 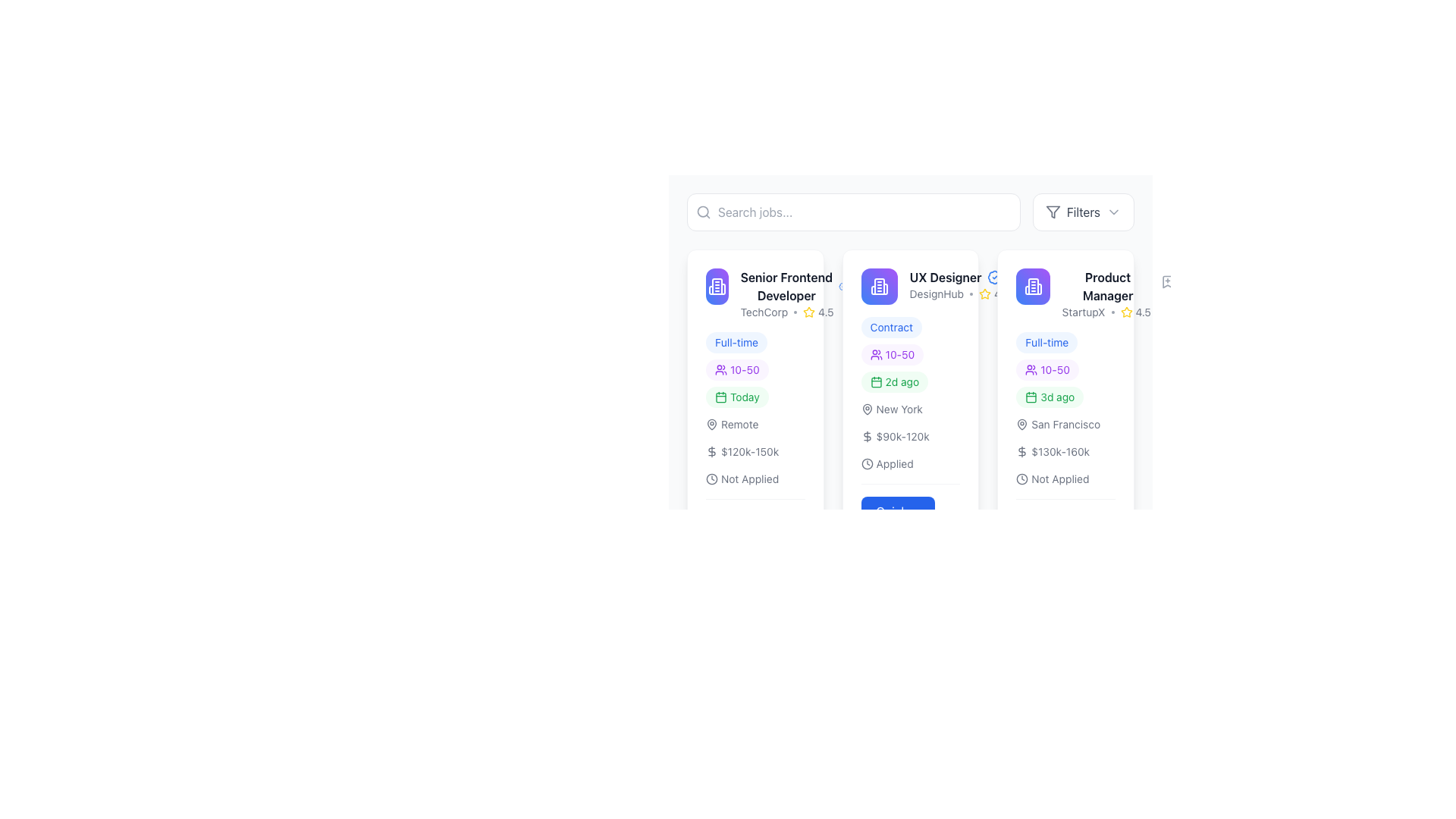 I want to click on the decorative part of the calendar icon located within the 'UX Designer' job card, so click(x=876, y=381).